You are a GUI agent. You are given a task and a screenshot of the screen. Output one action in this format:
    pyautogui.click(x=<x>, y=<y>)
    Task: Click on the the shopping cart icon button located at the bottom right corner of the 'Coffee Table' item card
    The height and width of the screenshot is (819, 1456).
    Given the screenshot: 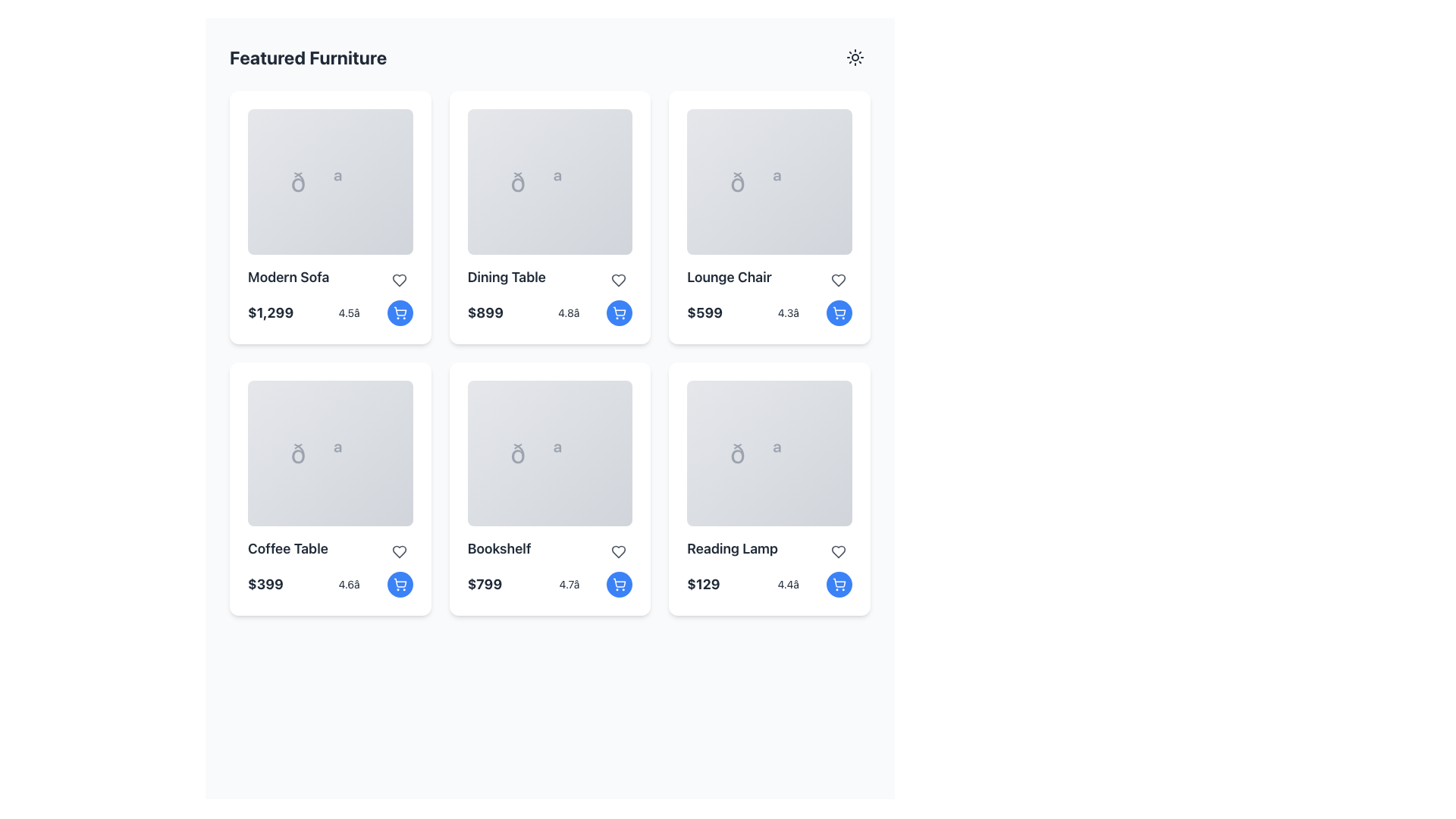 What is the action you would take?
    pyautogui.click(x=400, y=582)
    